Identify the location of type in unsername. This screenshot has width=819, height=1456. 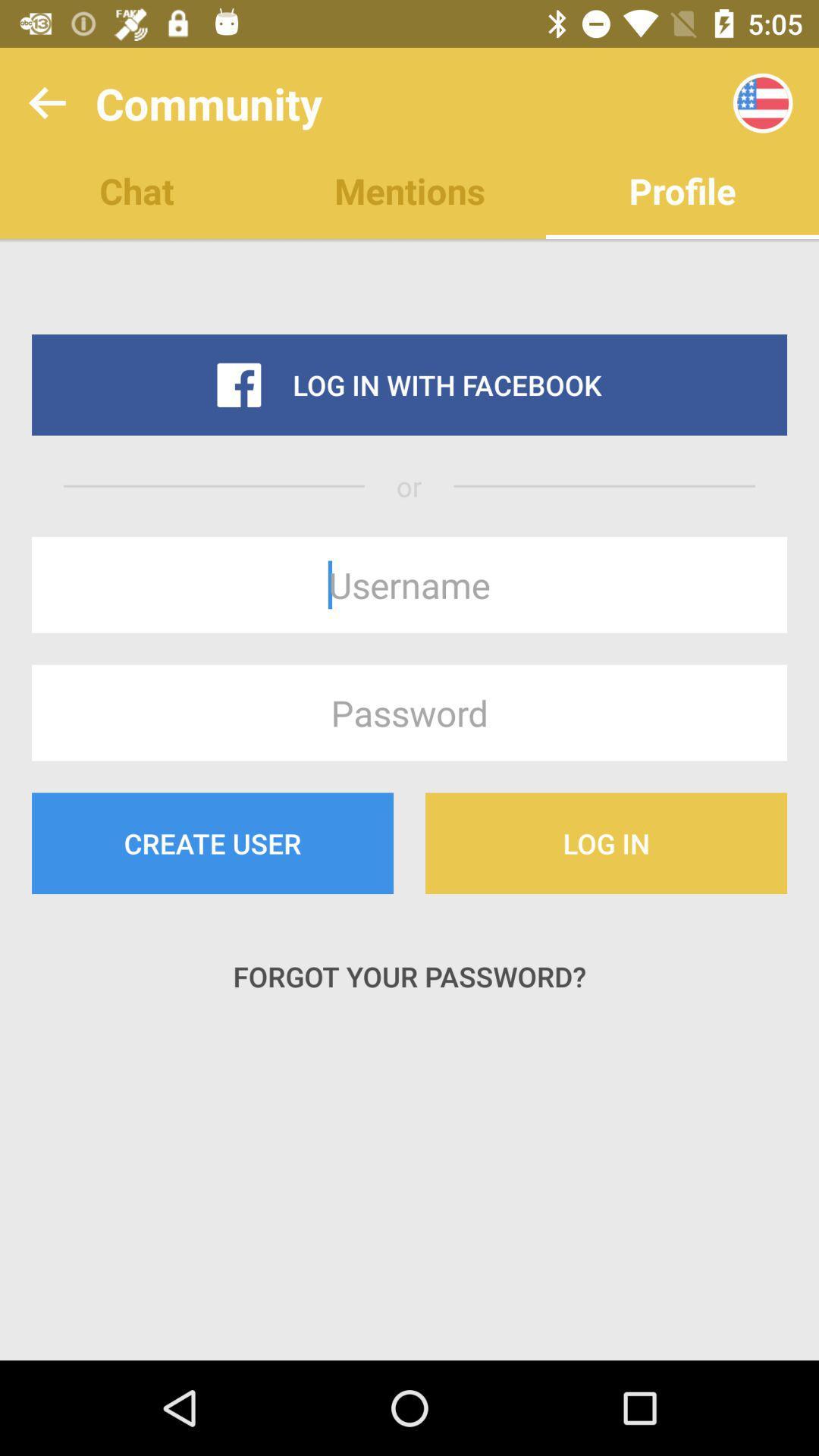
(409, 584).